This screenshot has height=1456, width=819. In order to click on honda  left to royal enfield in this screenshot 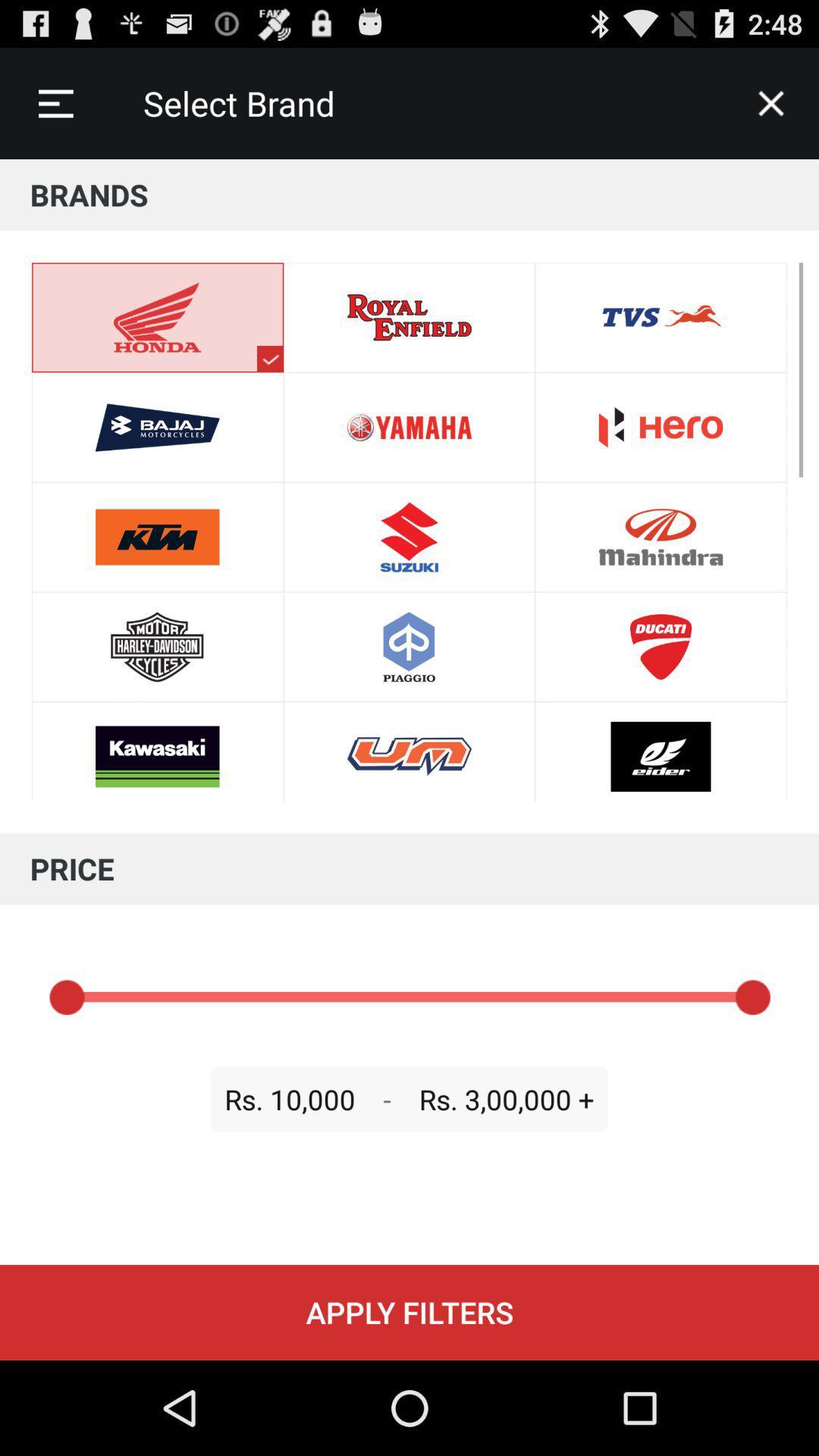, I will do `click(409, 752)`.